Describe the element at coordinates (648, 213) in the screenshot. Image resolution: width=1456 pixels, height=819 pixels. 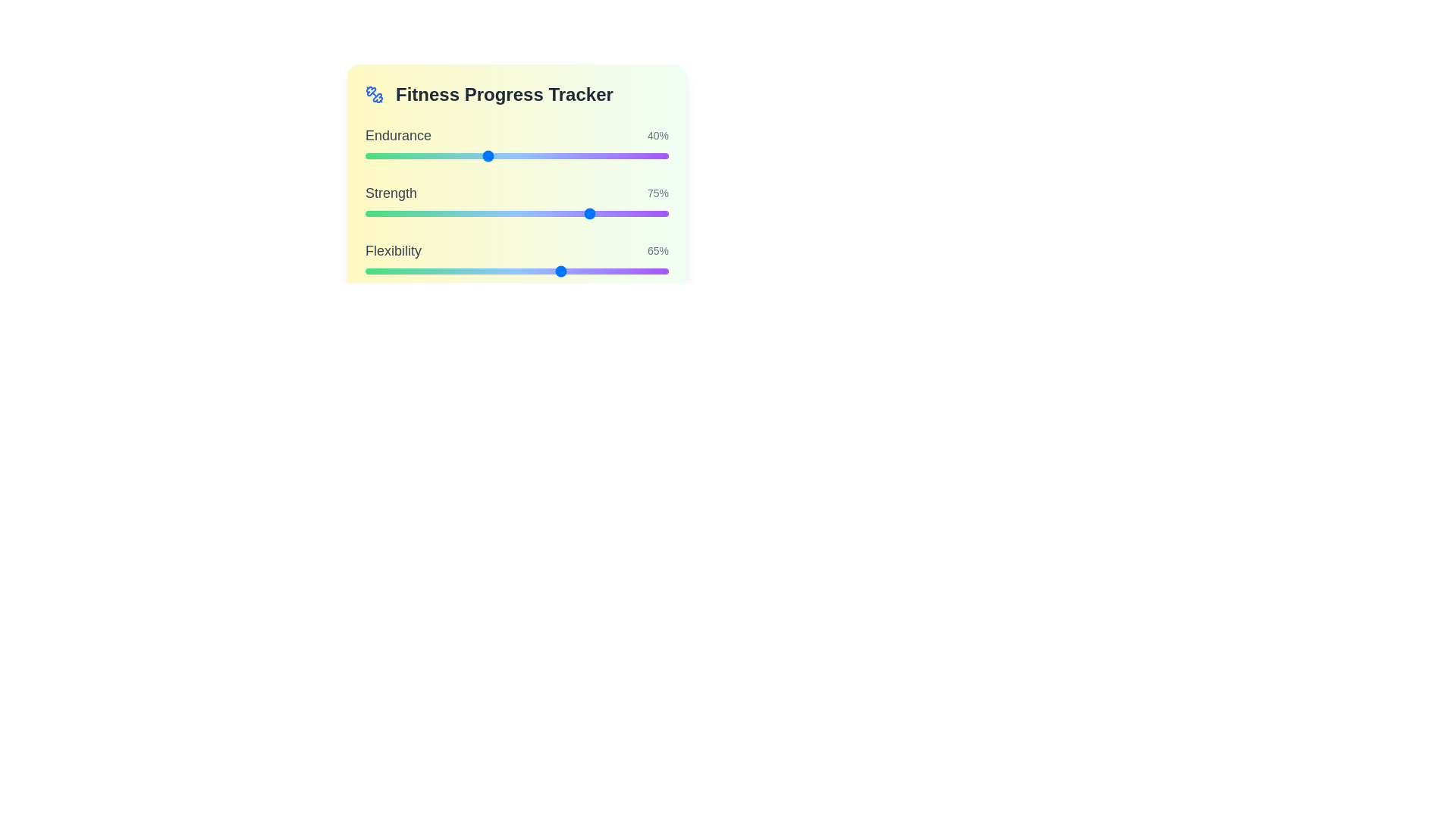
I see `the slider value` at that location.